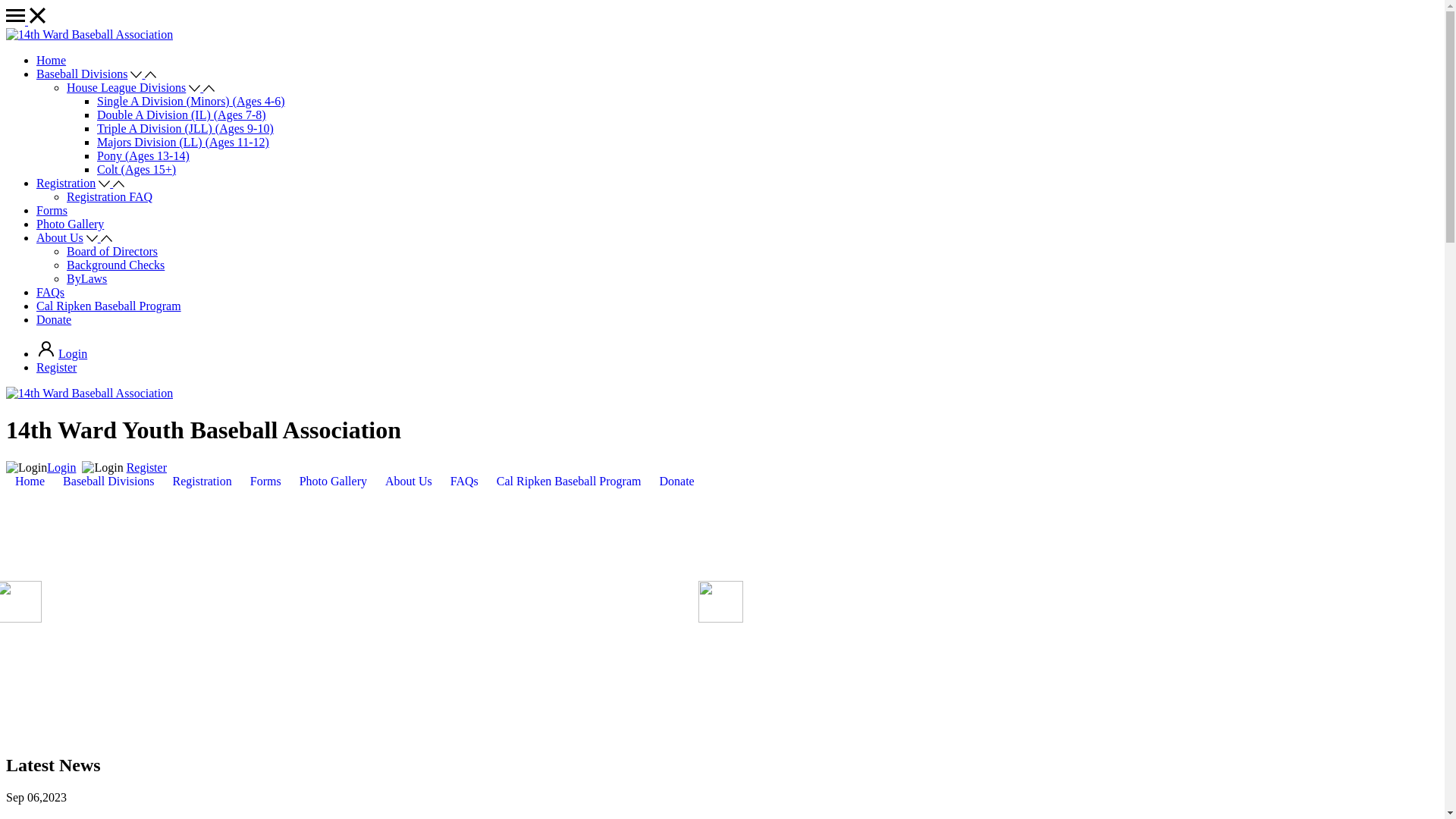 This screenshot has height=819, width=1456. What do you see at coordinates (408, 482) in the screenshot?
I see `'About Us'` at bounding box center [408, 482].